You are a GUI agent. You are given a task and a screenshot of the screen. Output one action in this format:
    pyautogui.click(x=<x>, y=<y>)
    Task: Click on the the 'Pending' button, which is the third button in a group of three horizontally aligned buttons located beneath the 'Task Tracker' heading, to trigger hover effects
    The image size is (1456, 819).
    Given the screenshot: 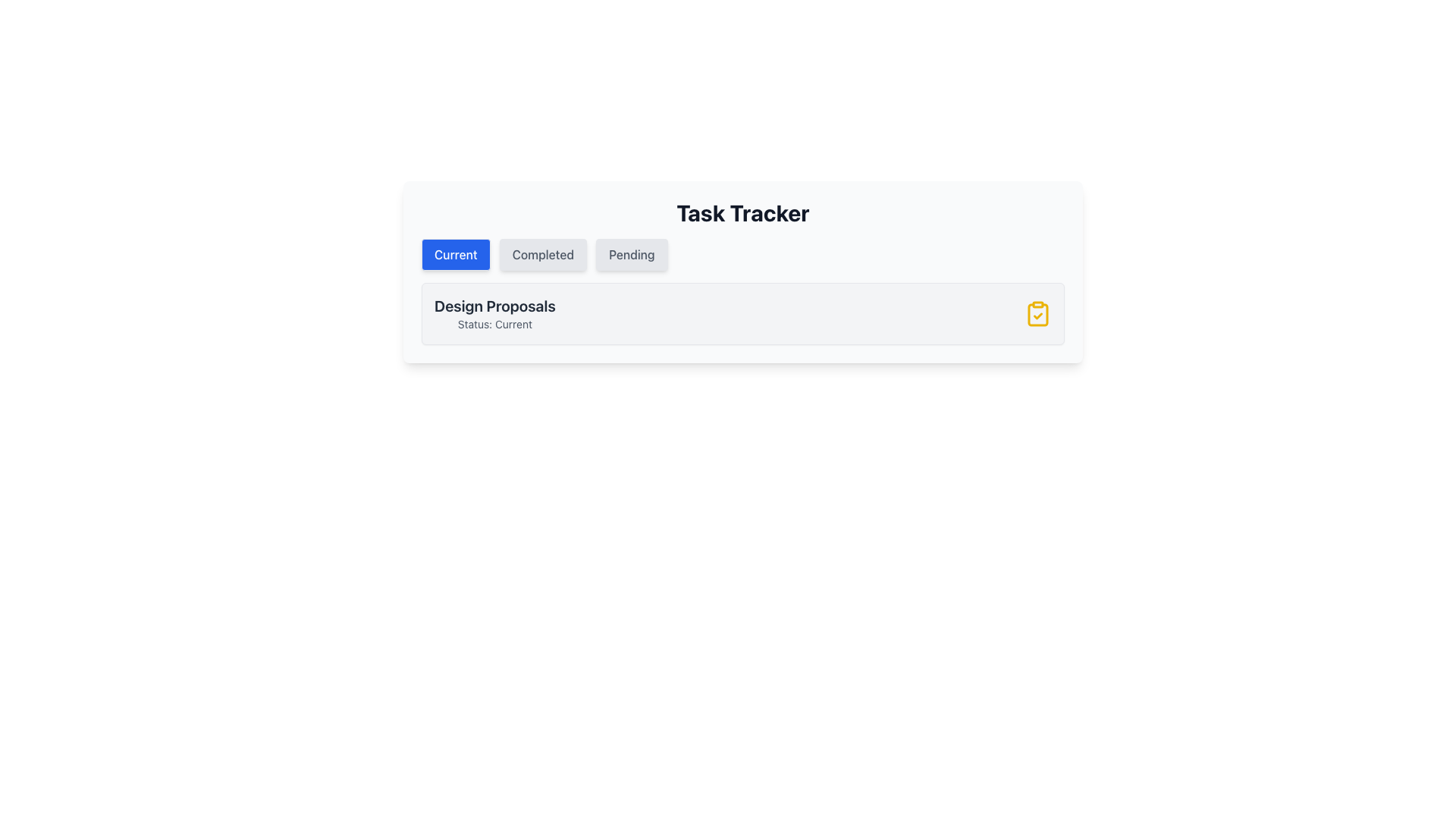 What is the action you would take?
    pyautogui.click(x=632, y=253)
    